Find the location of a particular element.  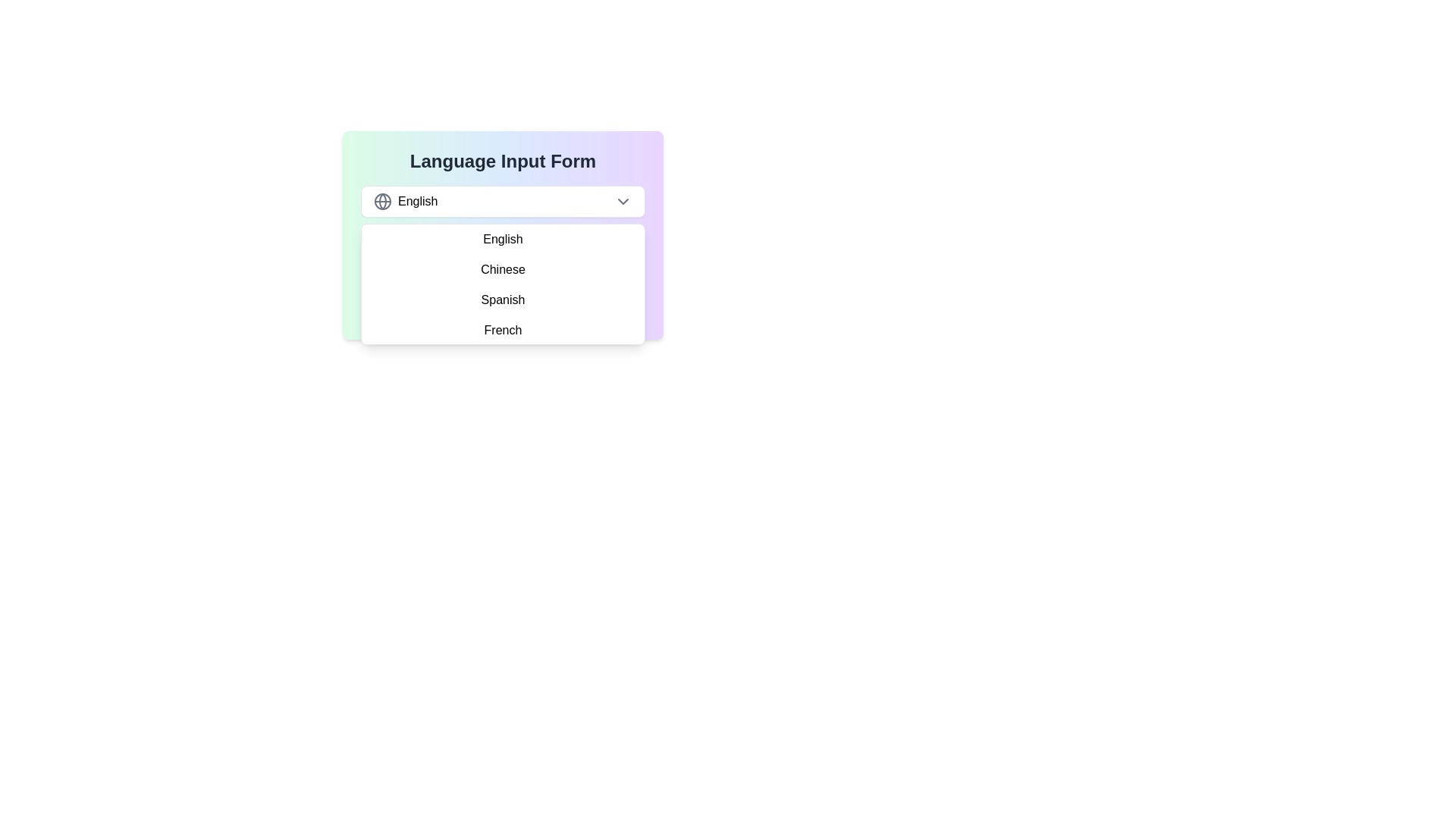

the downwards-facing chevron icon in the dropdown toggler labeled 'English' to visually emphasize it is located at coordinates (623, 201).